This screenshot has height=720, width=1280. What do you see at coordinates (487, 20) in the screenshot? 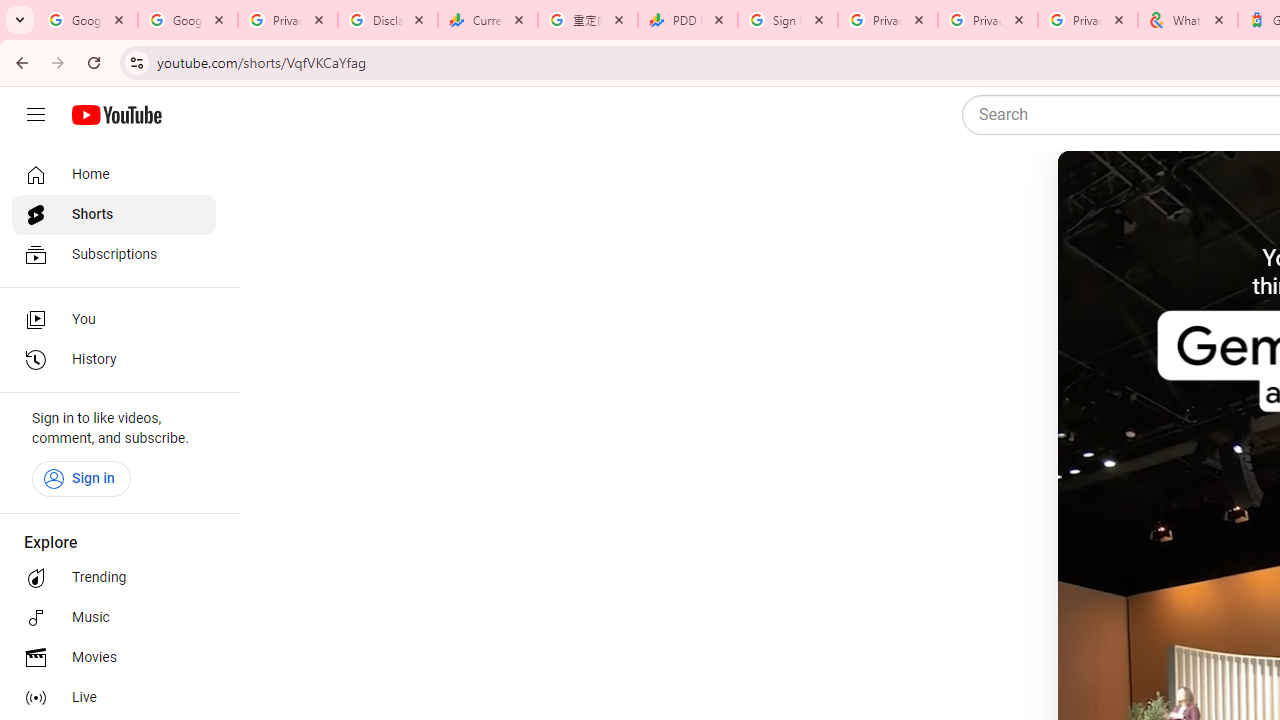
I see `'Currencies - Google Finance'` at bounding box center [487, 20].